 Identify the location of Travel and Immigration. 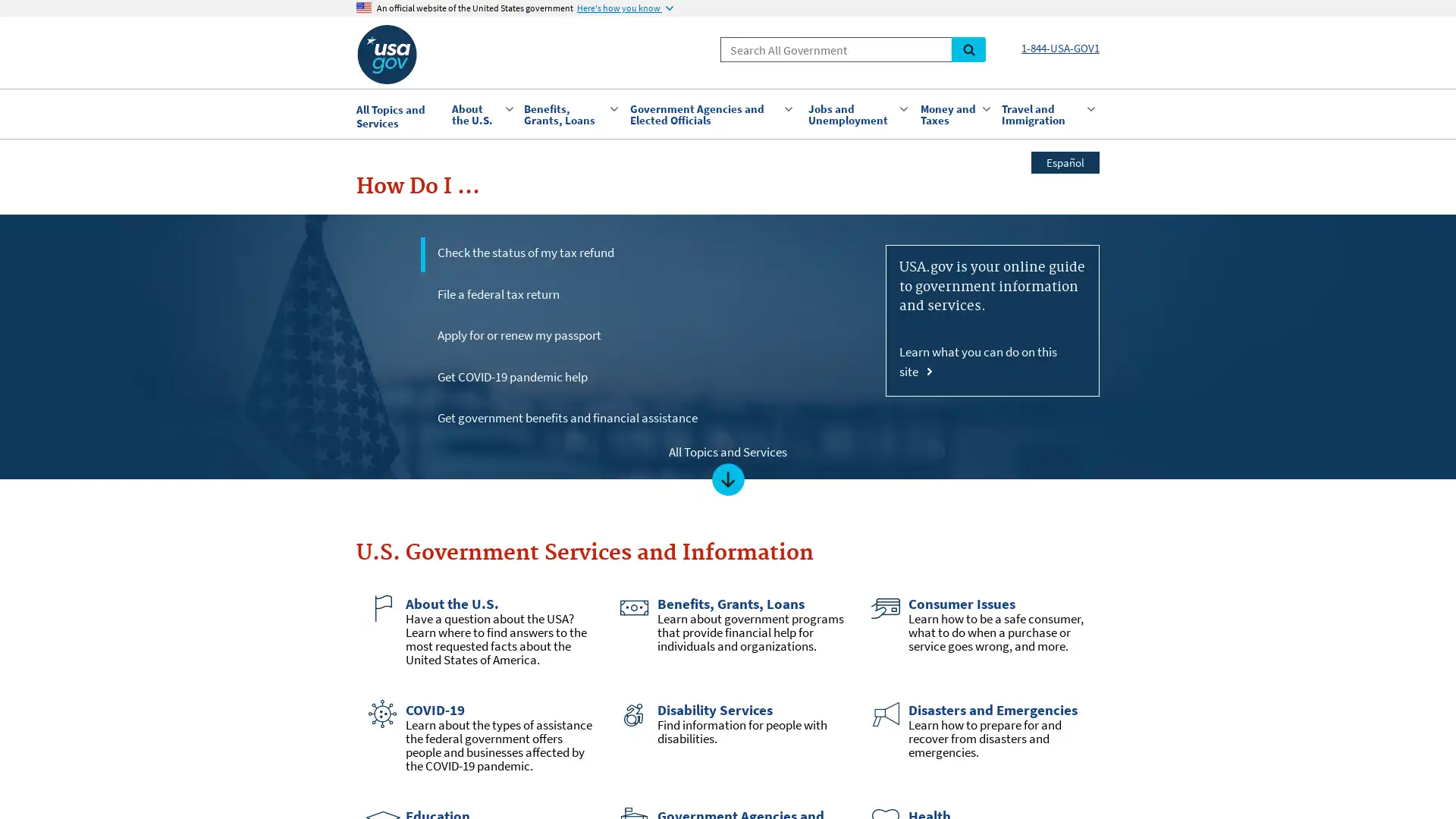
(1046, 113).